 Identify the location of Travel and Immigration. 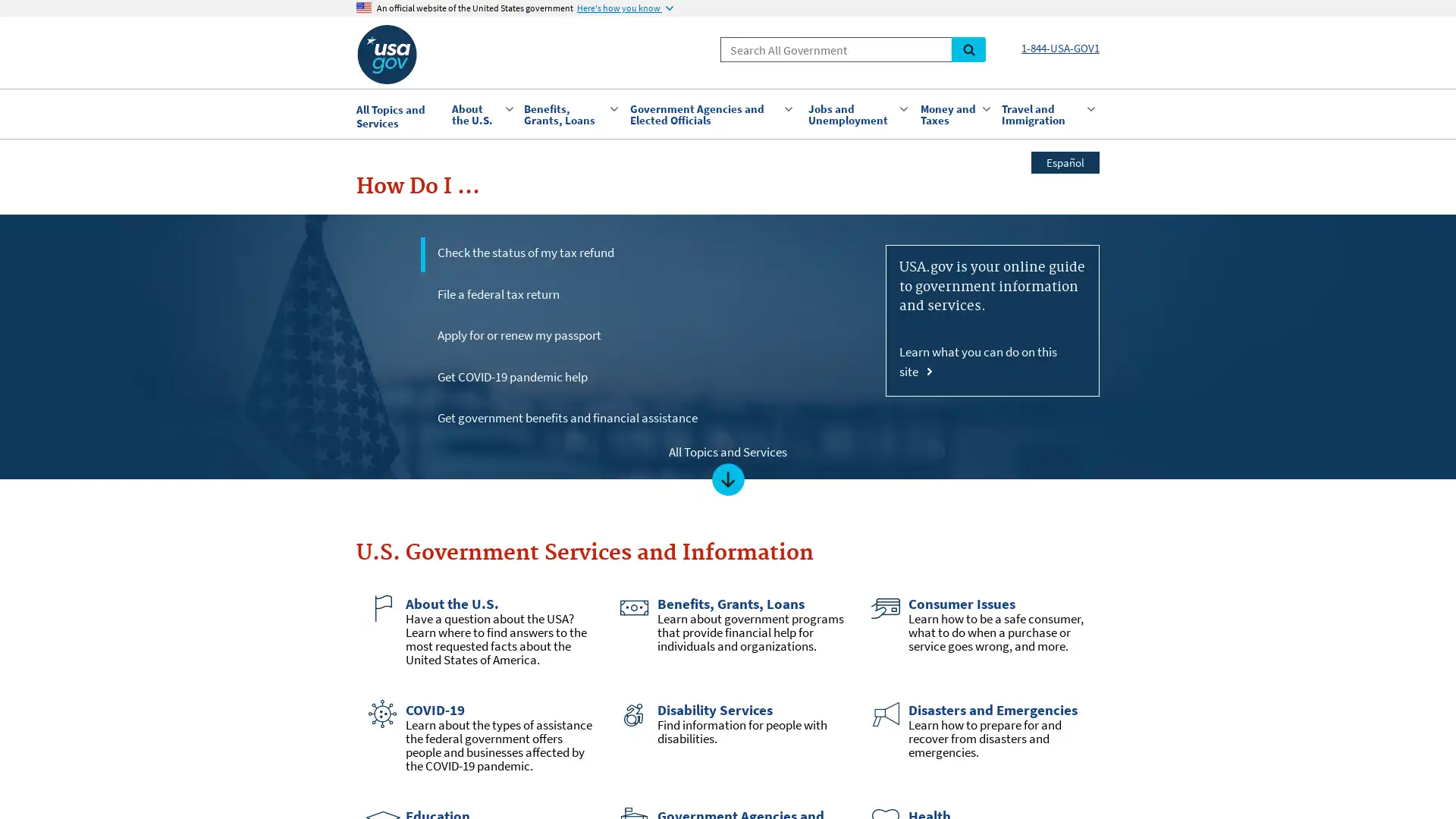
(1046, 113).